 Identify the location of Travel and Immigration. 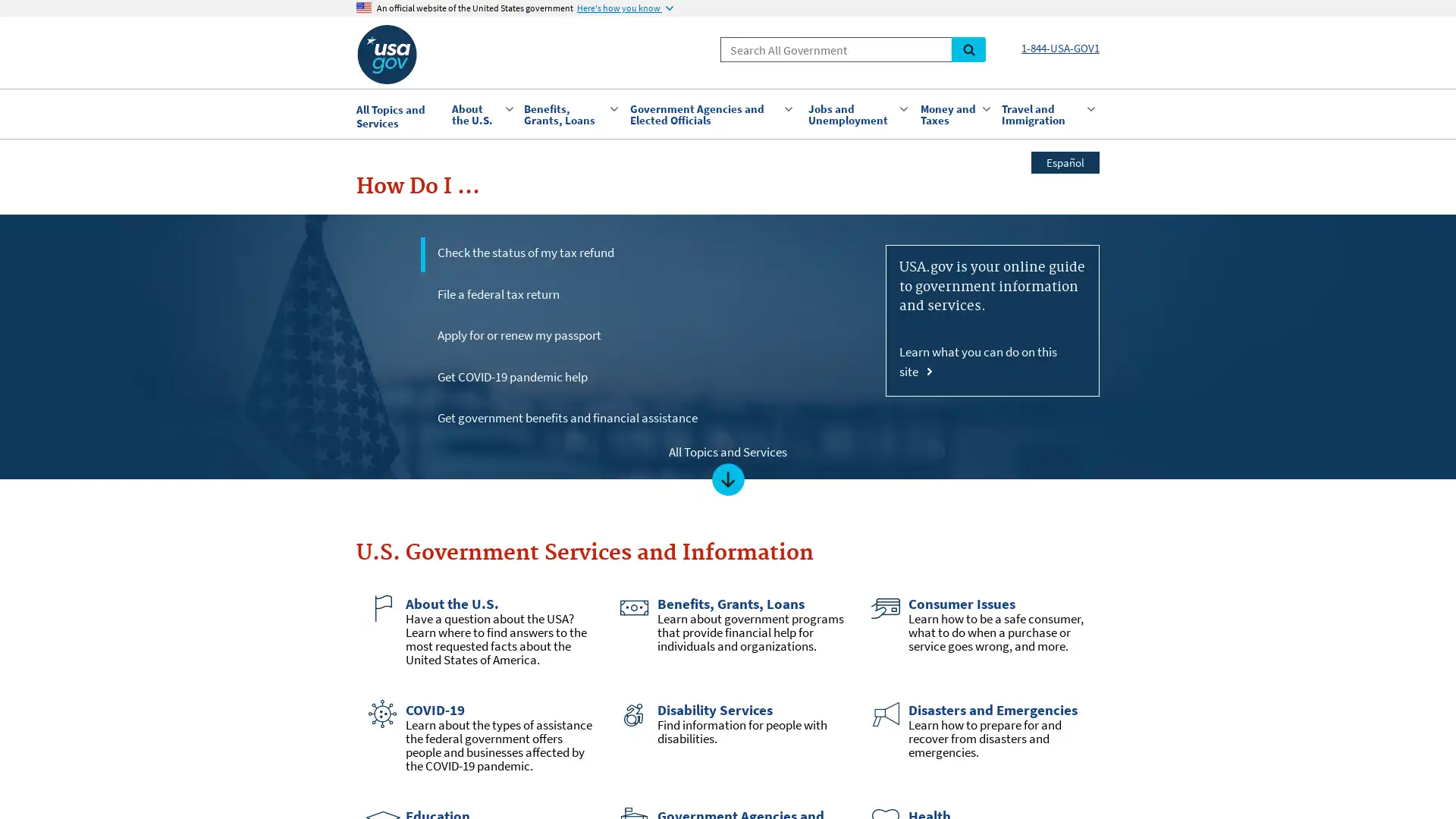
(1046, 113).